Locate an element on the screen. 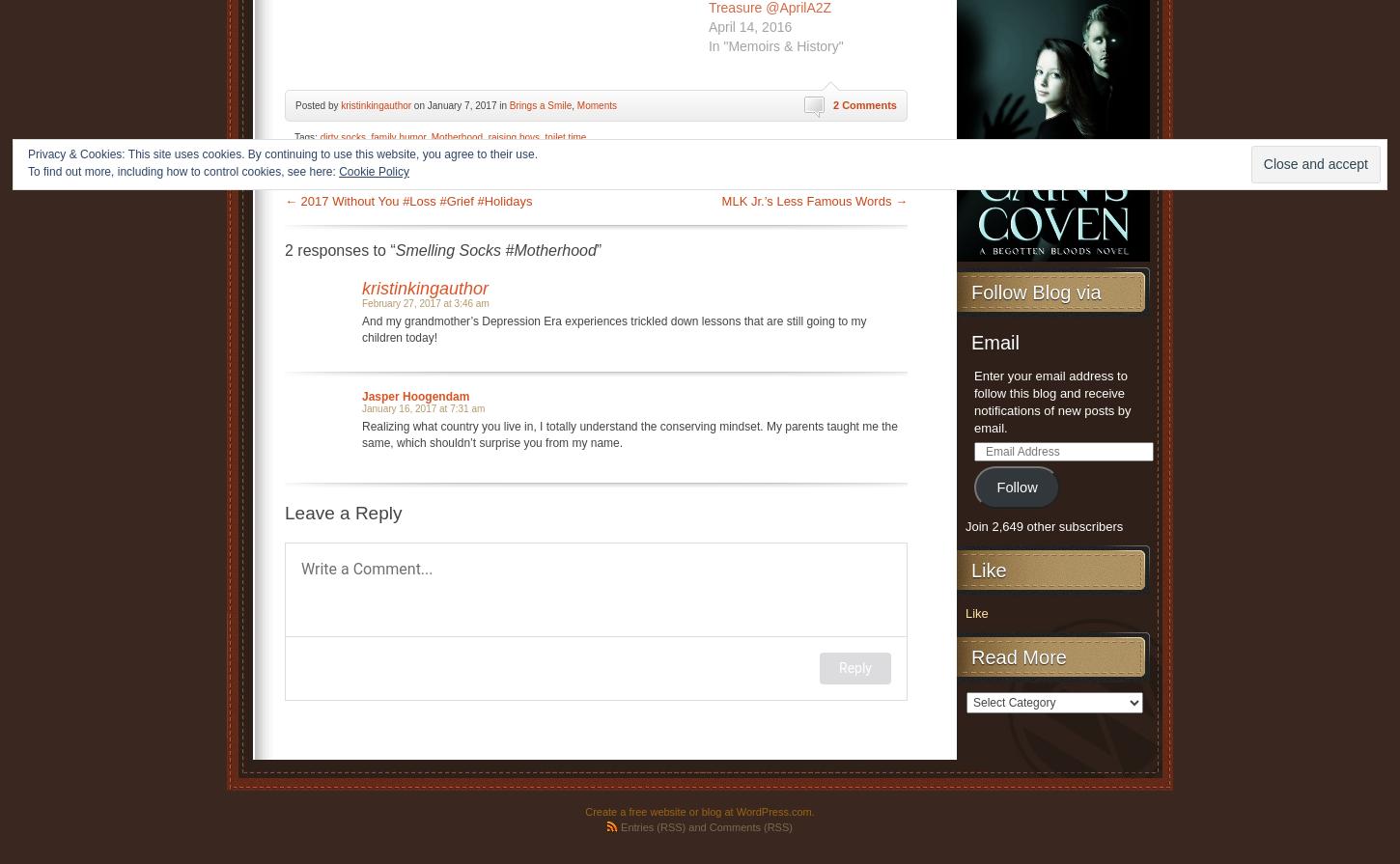 This screenshot has width=1400, height=864. 'Leave a Reply' is located at coordinates (343, 511).